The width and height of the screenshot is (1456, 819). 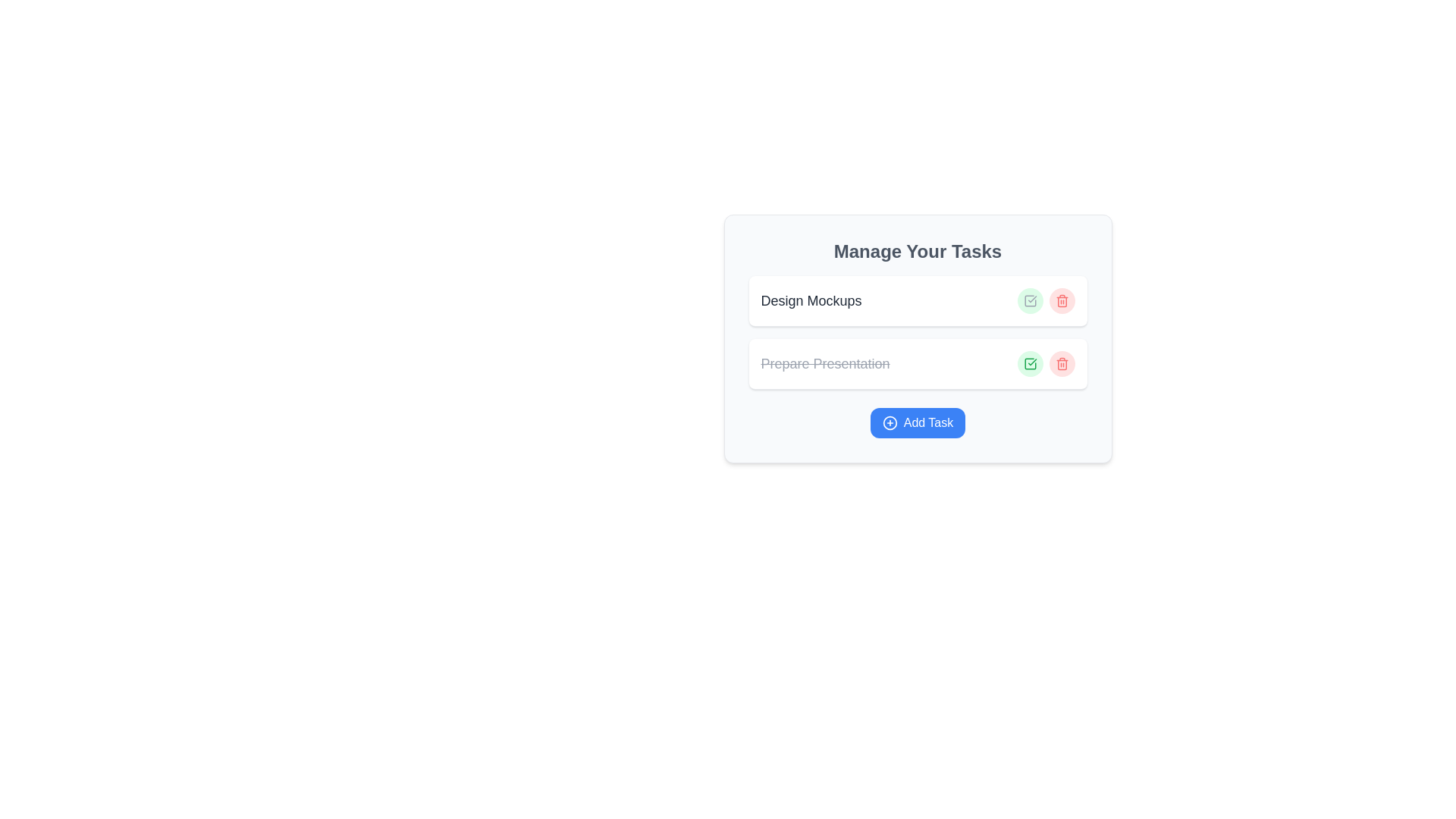 I want to click on the 'Add Task' button located at the bottom center of the task management card under 'Design Mockups' and 'Prepare Presentation', so click(x=917, y=423).